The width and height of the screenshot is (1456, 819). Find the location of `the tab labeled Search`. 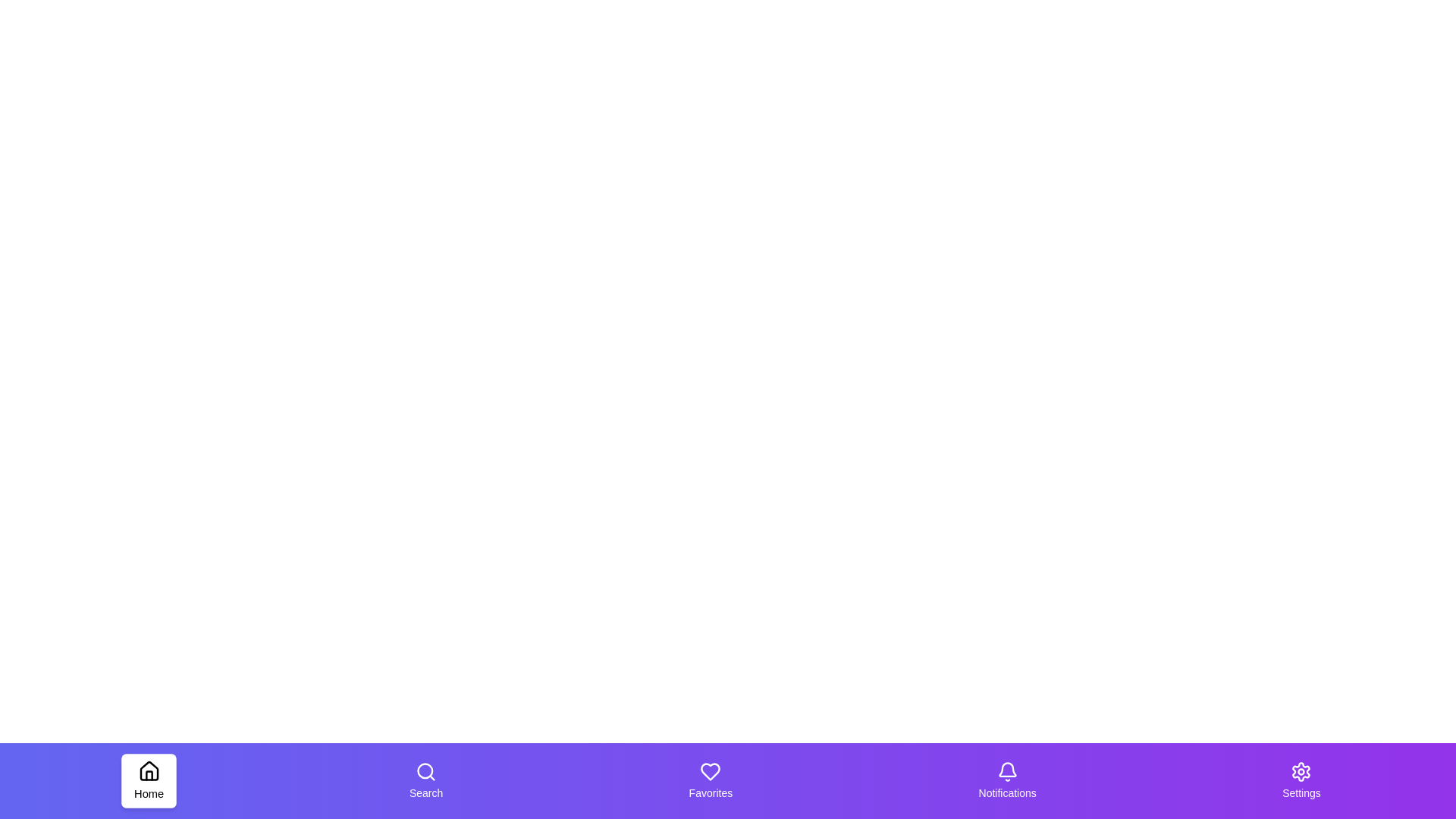

the tab labeled Search is located at coordinates (425, 780).